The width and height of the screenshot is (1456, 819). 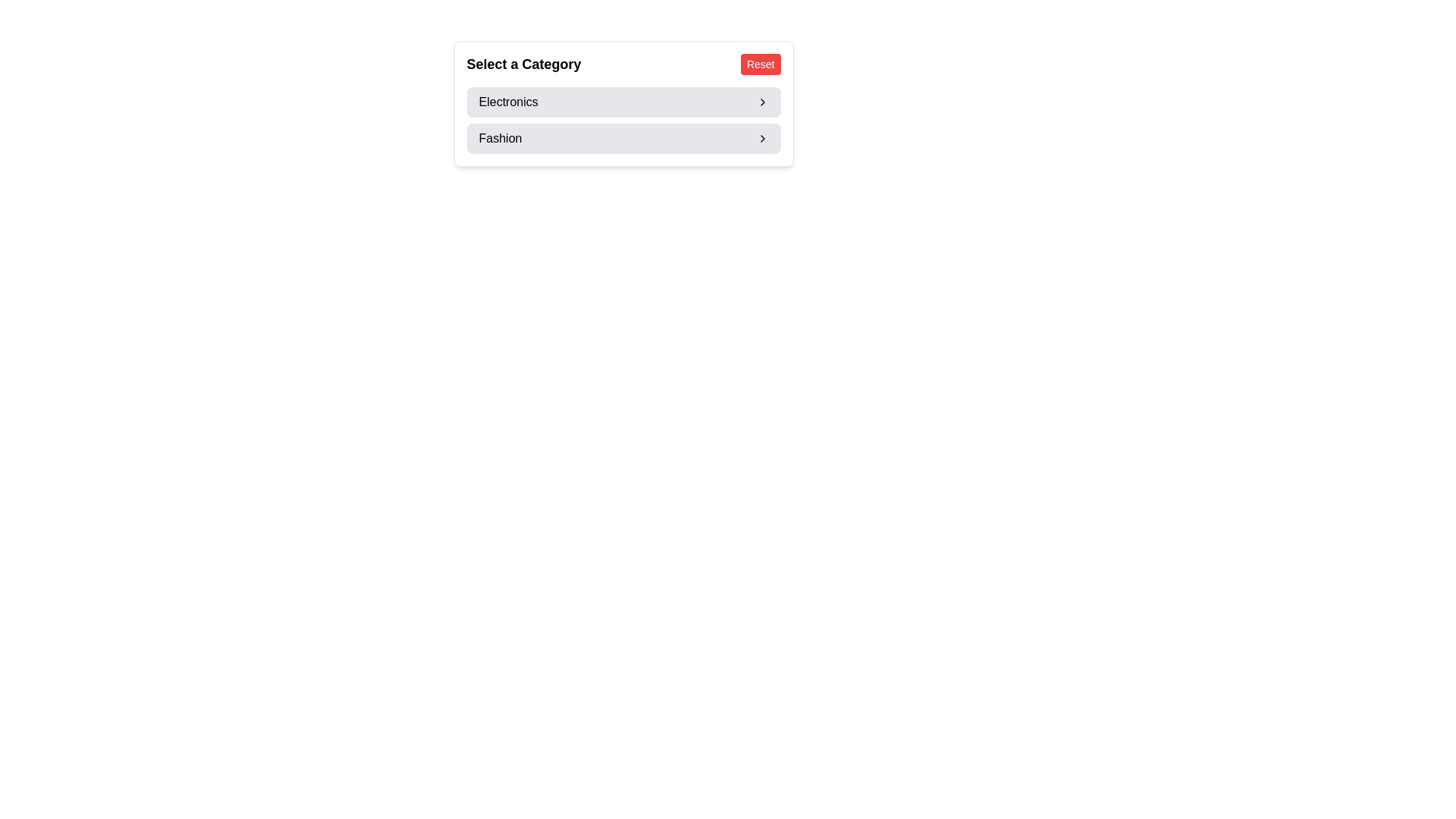 What do you see at coordinates (762, 102) in the screenshot?
I see `the rightward chevron icon next to the 'Electronics' text, which indicates navigation or progression` at bounding box center [762, 102].